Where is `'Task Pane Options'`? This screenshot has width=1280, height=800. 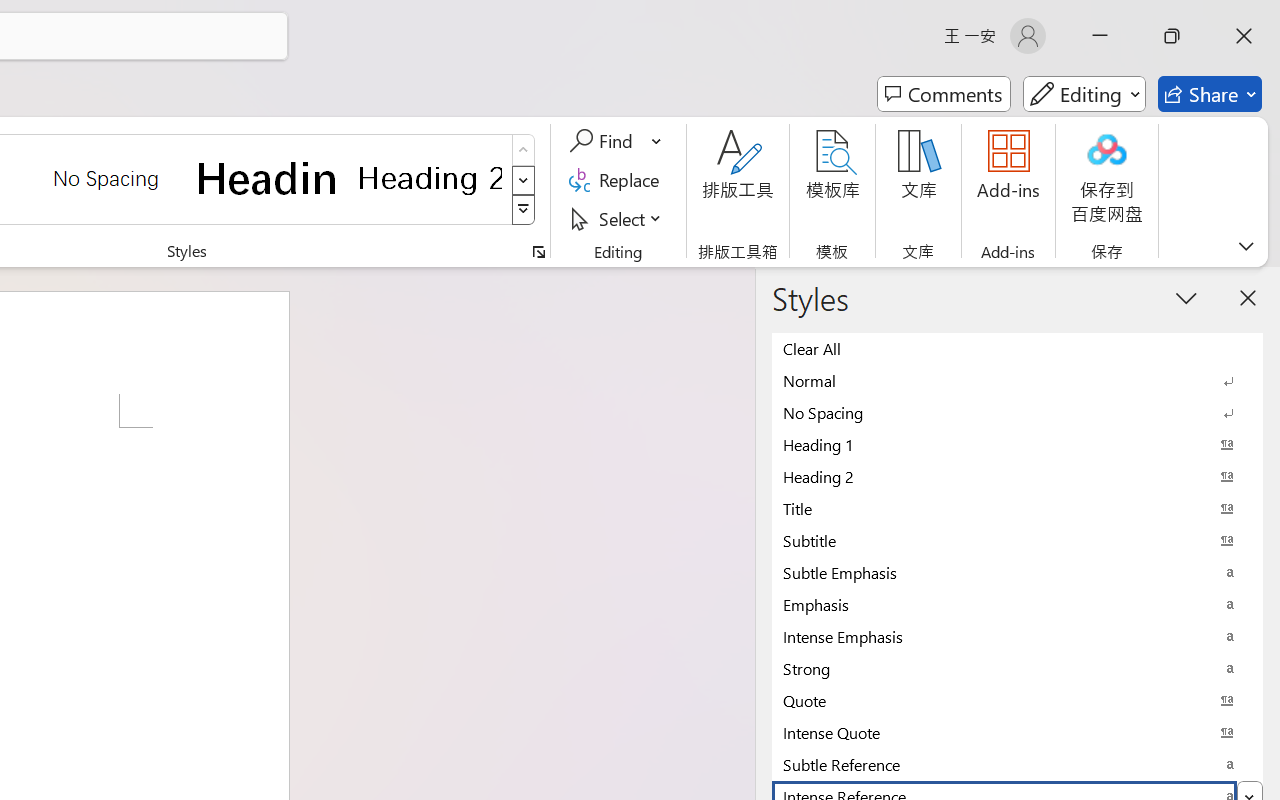 'Task Pane Options' is located at coordinates (1187, 297).